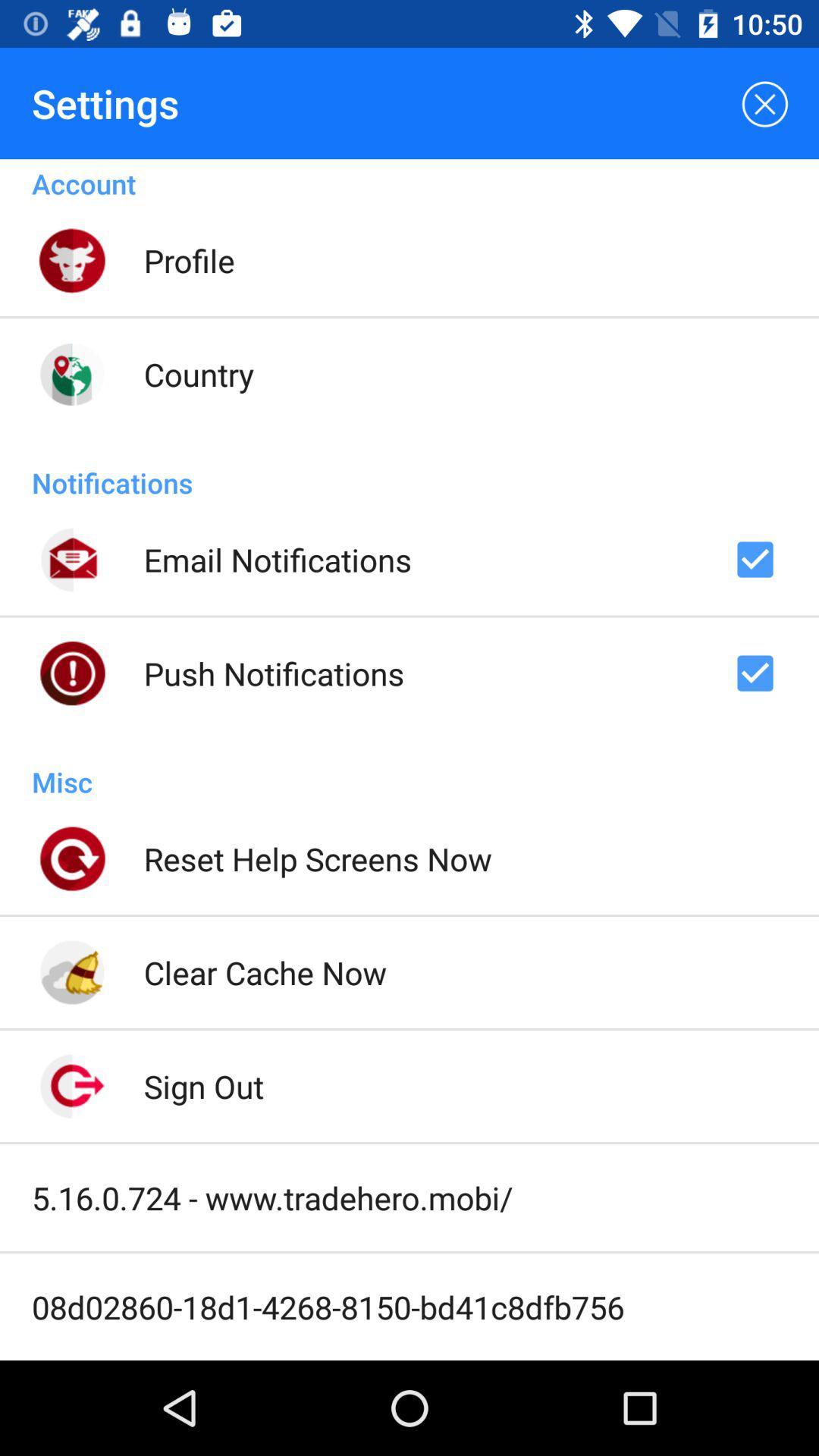 Image resolution: width=819 pixels, height=1456 pixels. Describe the element at coordinates (271, 1197) in the screenshot. I see `5 16 0` at that location.